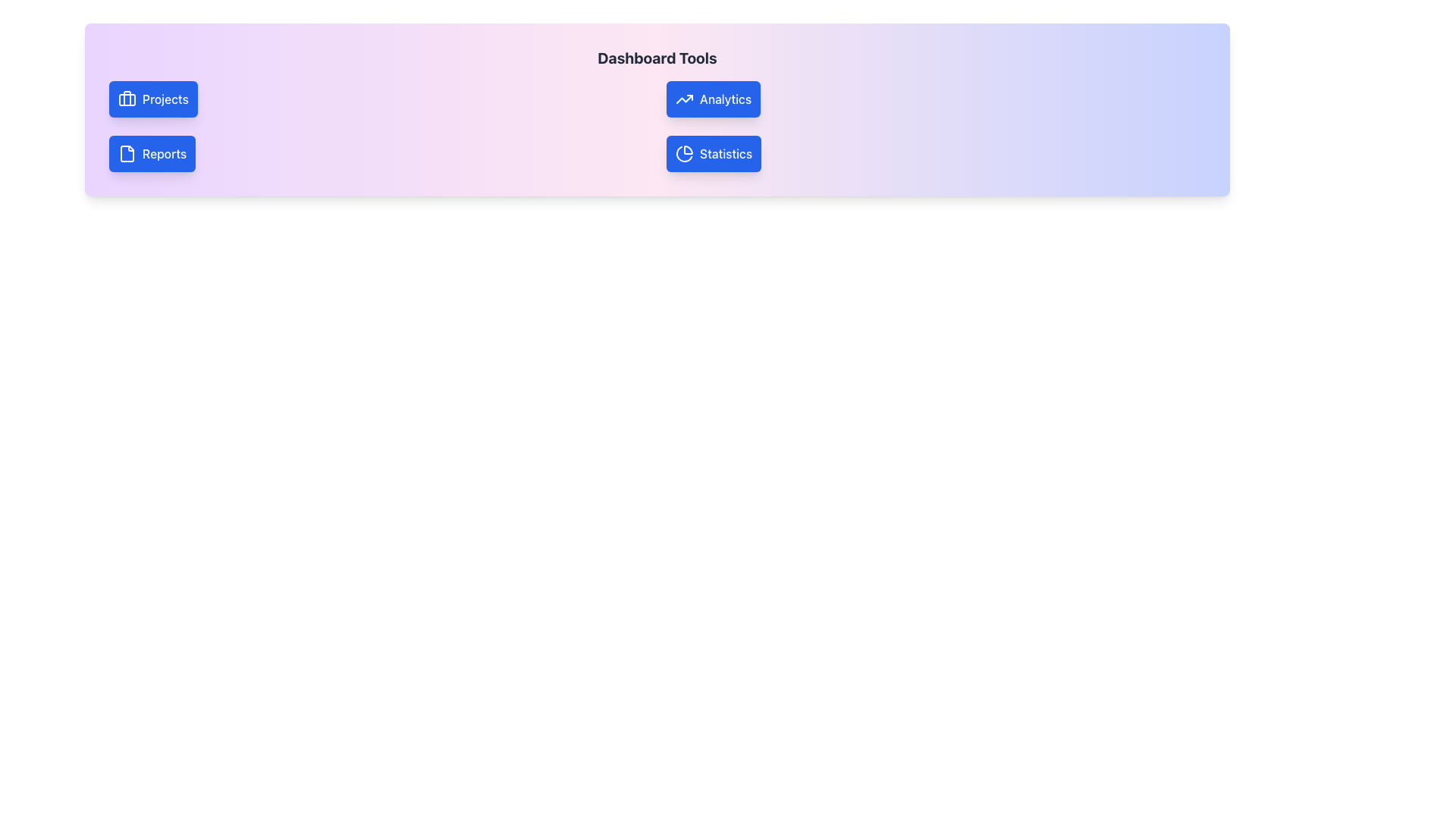 The width and height of the screenshot is (1456, 819). Describe the element at coordinates (165, 154) in the screenshot. I see `the 'Reports' text label located within the rounded rectangular button, which indicates the action or destination for accessing the Reports feature` at that location.